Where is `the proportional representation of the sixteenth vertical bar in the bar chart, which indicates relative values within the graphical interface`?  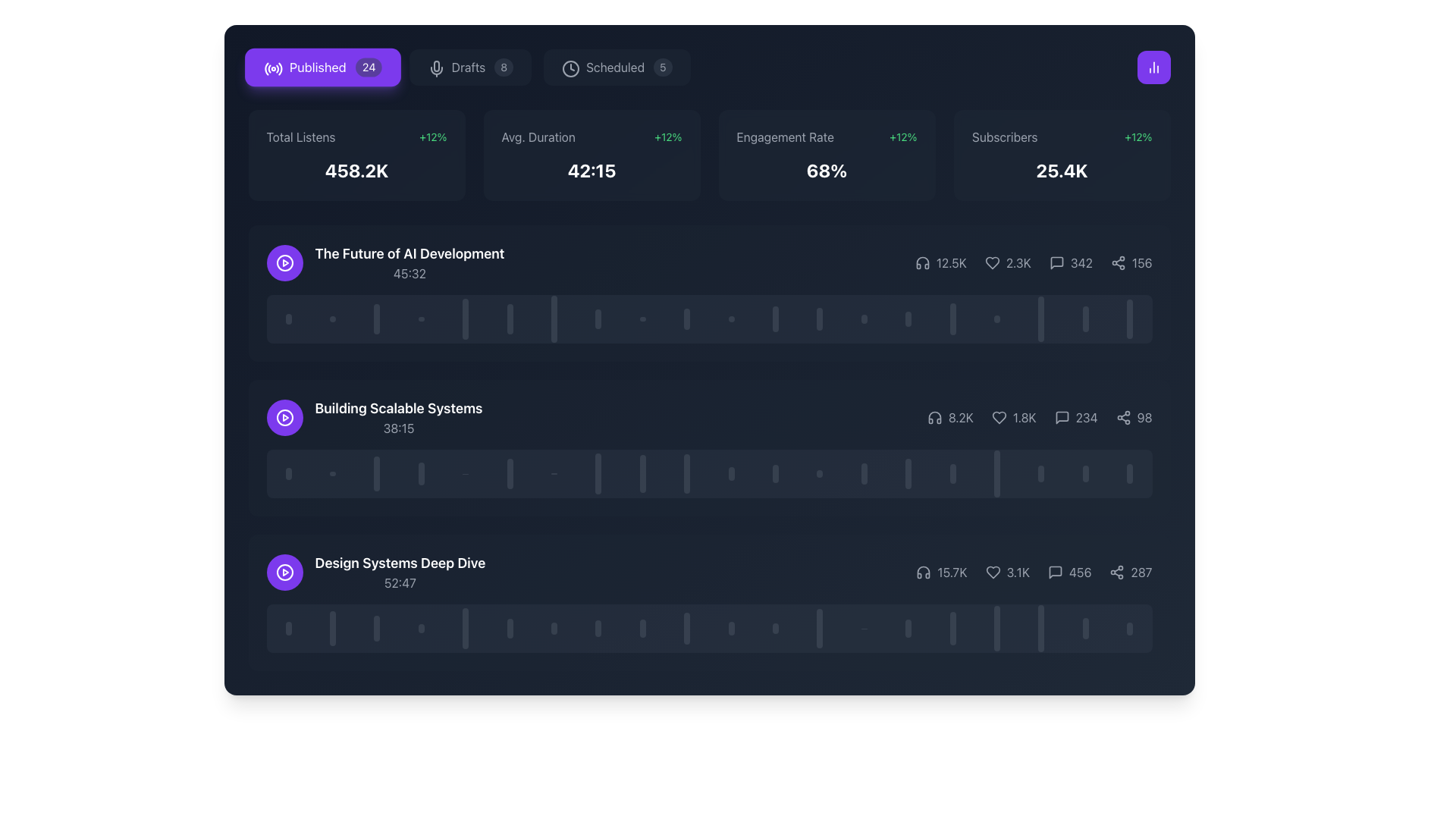 the proportional representation of the sixteenth vertical bar in the bar chart, which indicates relative values within the graphical interface is located at coordinates (952, 318).